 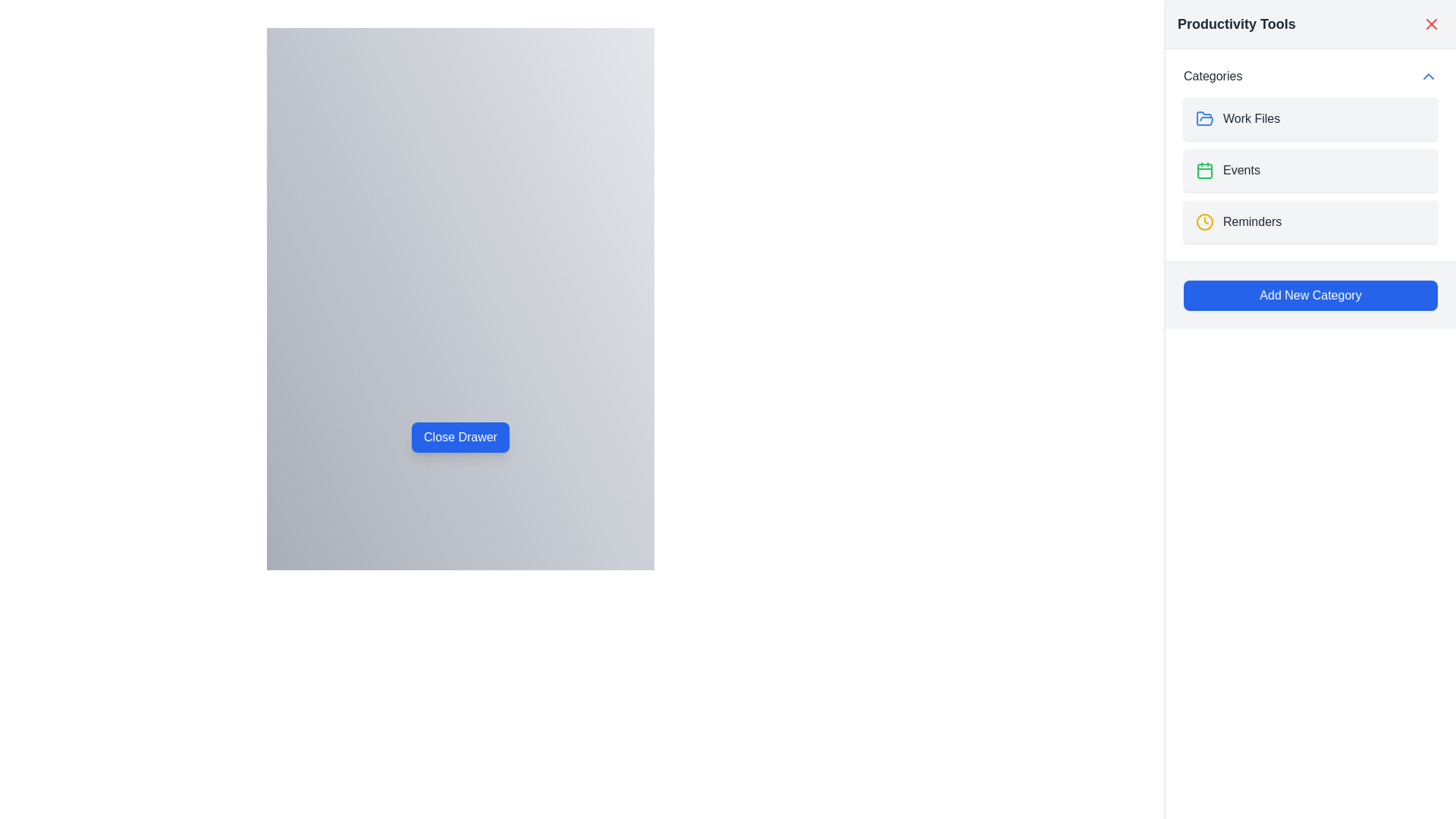 What do you see at coordinates (1430, 24) in the screenshot?
I see `the close button on the far right of the 'Productivity Tools' header` at bounding box center [1430, 24].